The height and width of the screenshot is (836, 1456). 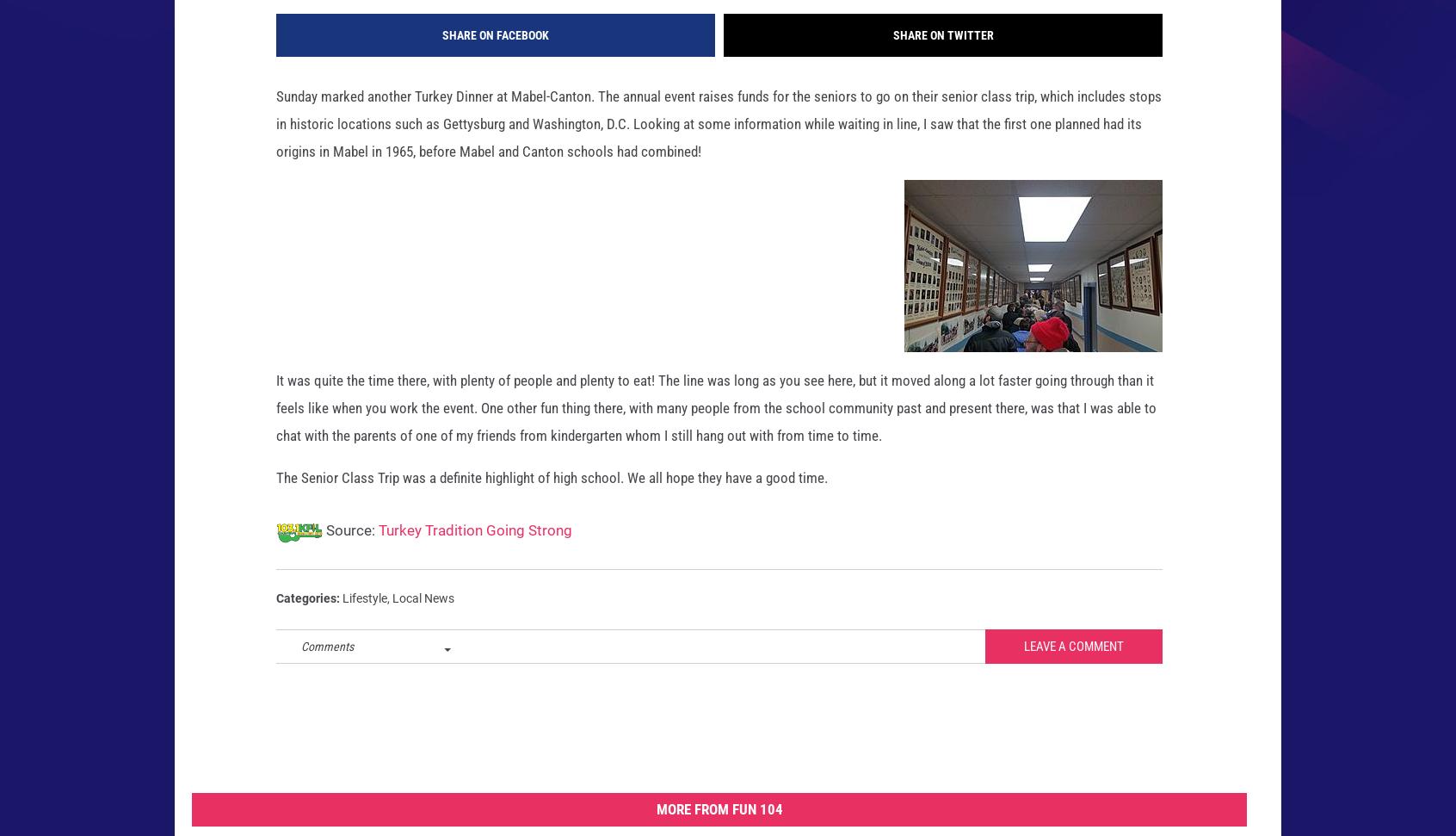 What do you see at coordinates (336, 624) in the screenshot?
I see `':'` at bounding box center [336, 624].